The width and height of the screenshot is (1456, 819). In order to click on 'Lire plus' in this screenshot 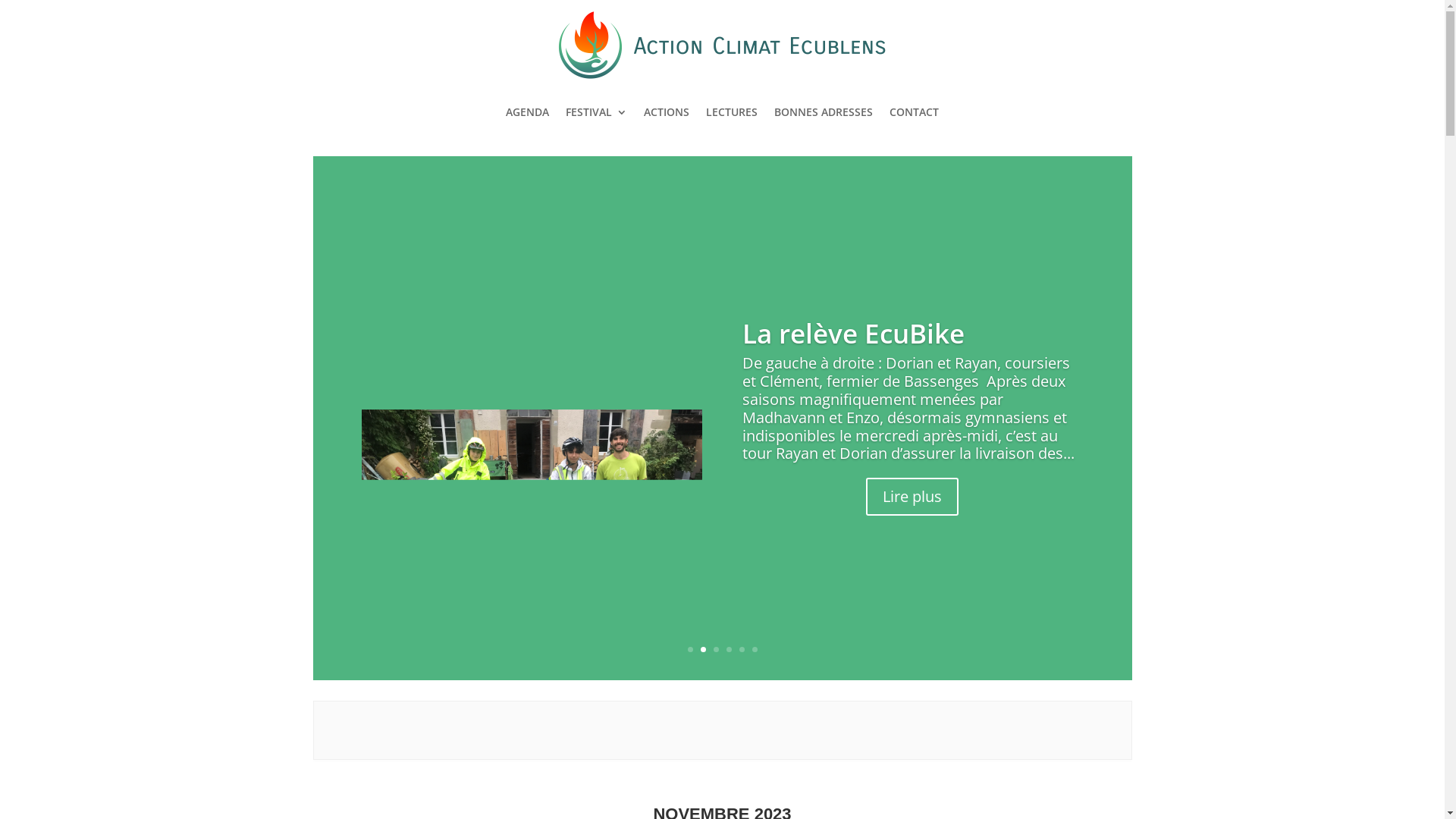, I will do `click(866, 510)`.